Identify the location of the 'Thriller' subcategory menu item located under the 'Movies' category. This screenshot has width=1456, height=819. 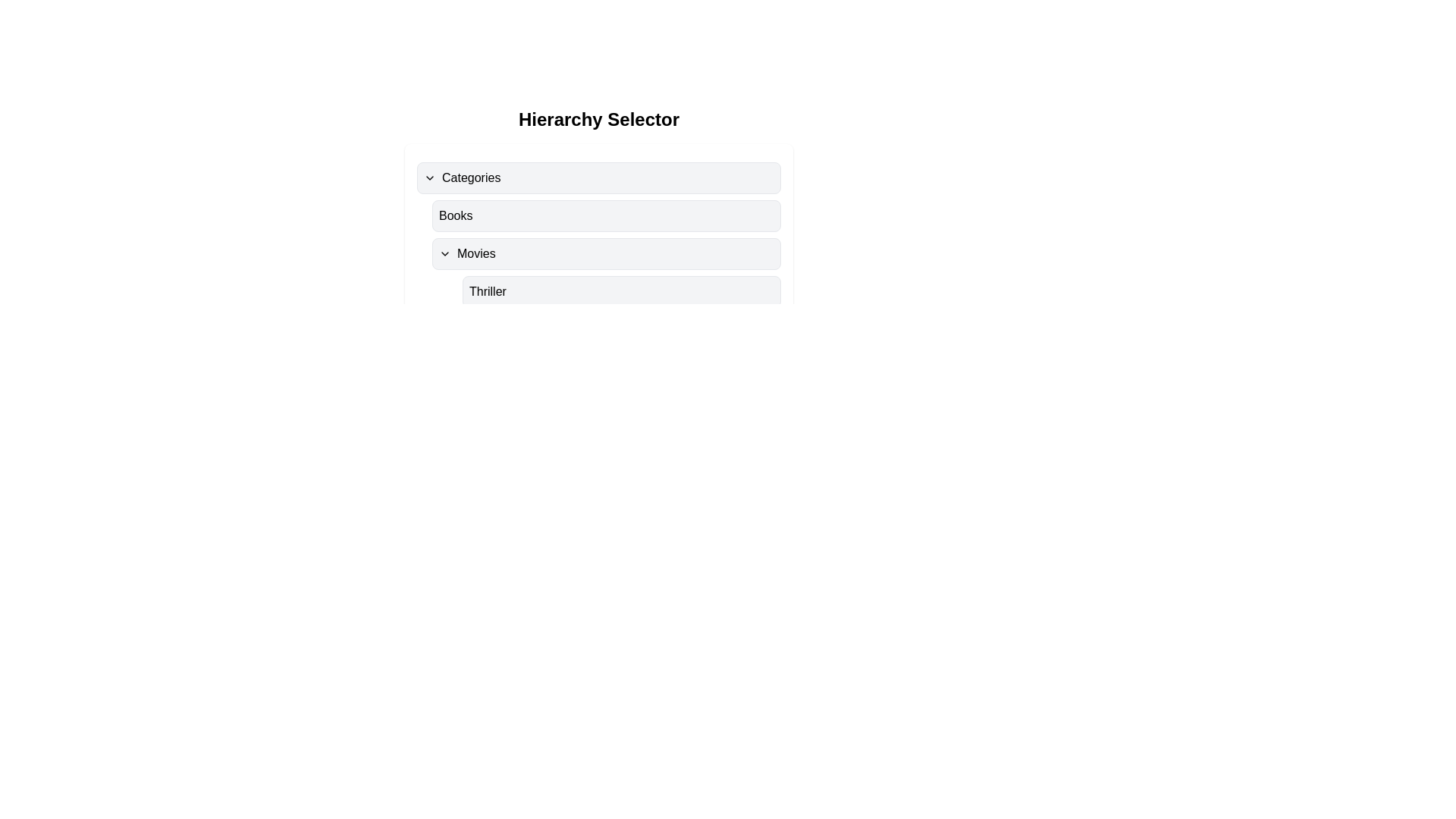
(622, 292).